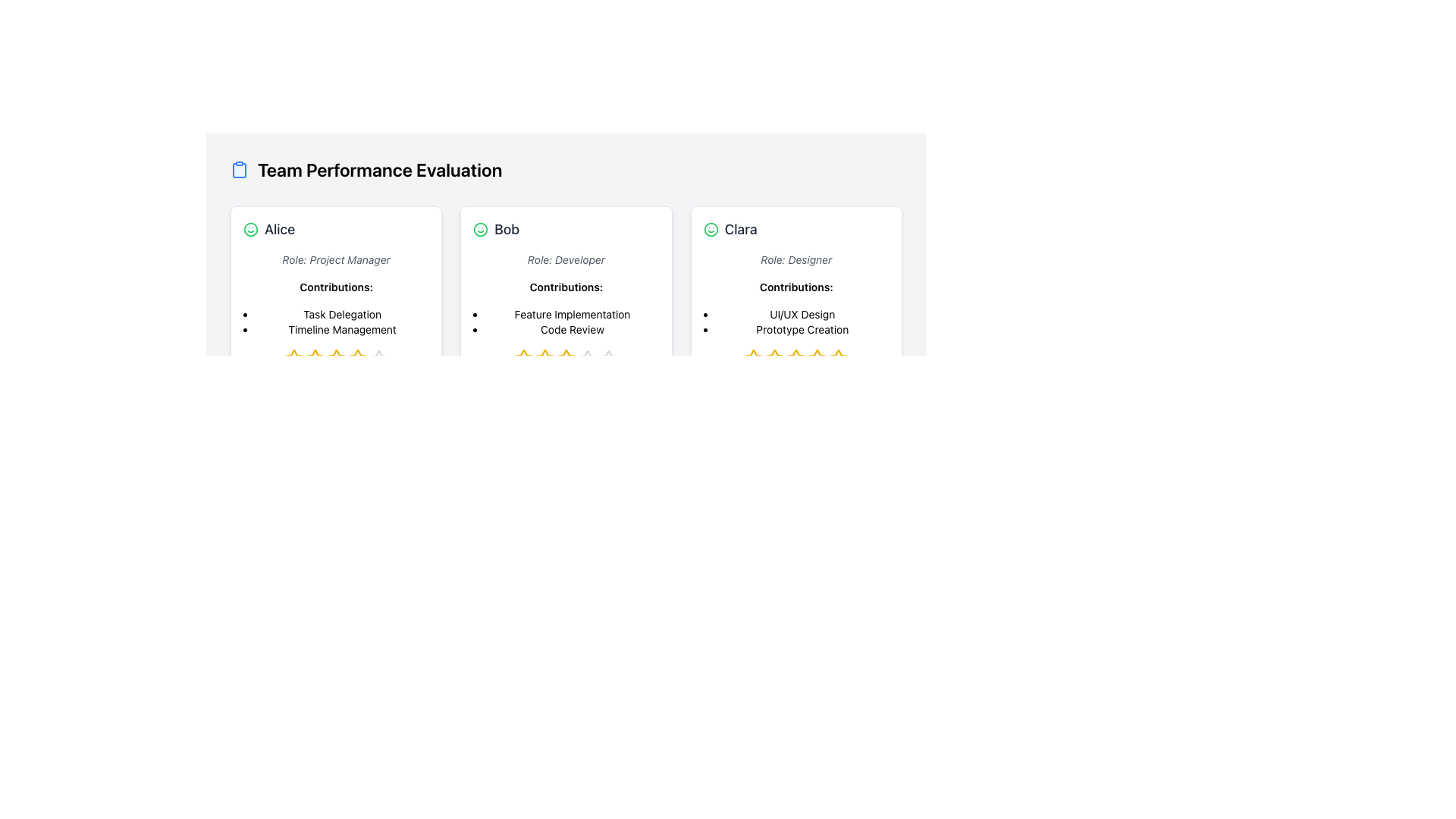 The image size is (1456, 819). Describe the element at coordinates (480, 230) in the screenshot. I see `the circular sentiment indicator icon located at the top left corner of the 'Alice' card in the 'Team Performance Evaluation' section, which indicates a positive sentiment with a green smile` at that location.